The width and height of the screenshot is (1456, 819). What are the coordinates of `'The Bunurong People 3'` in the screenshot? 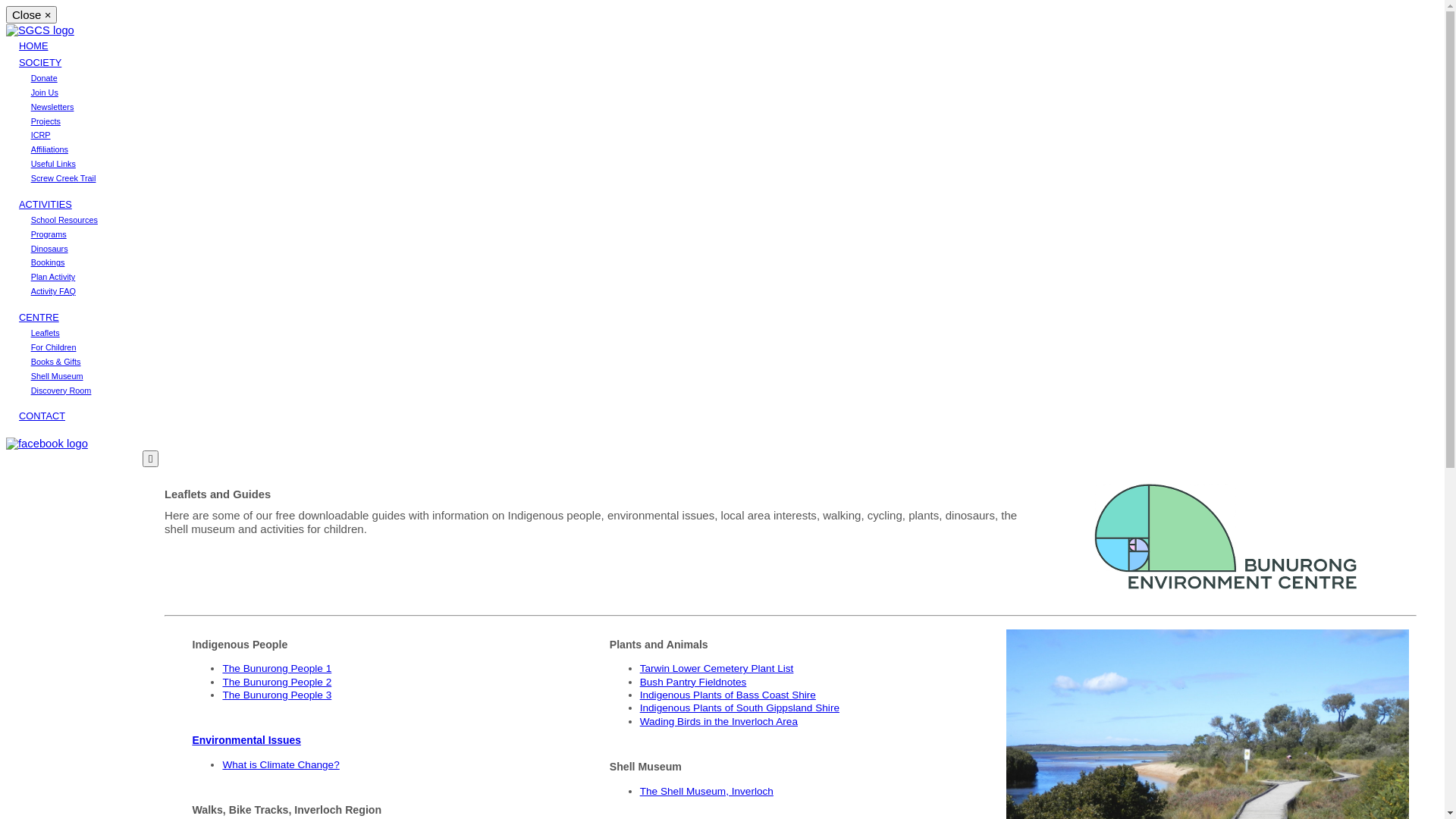 It's located at (276, 695).